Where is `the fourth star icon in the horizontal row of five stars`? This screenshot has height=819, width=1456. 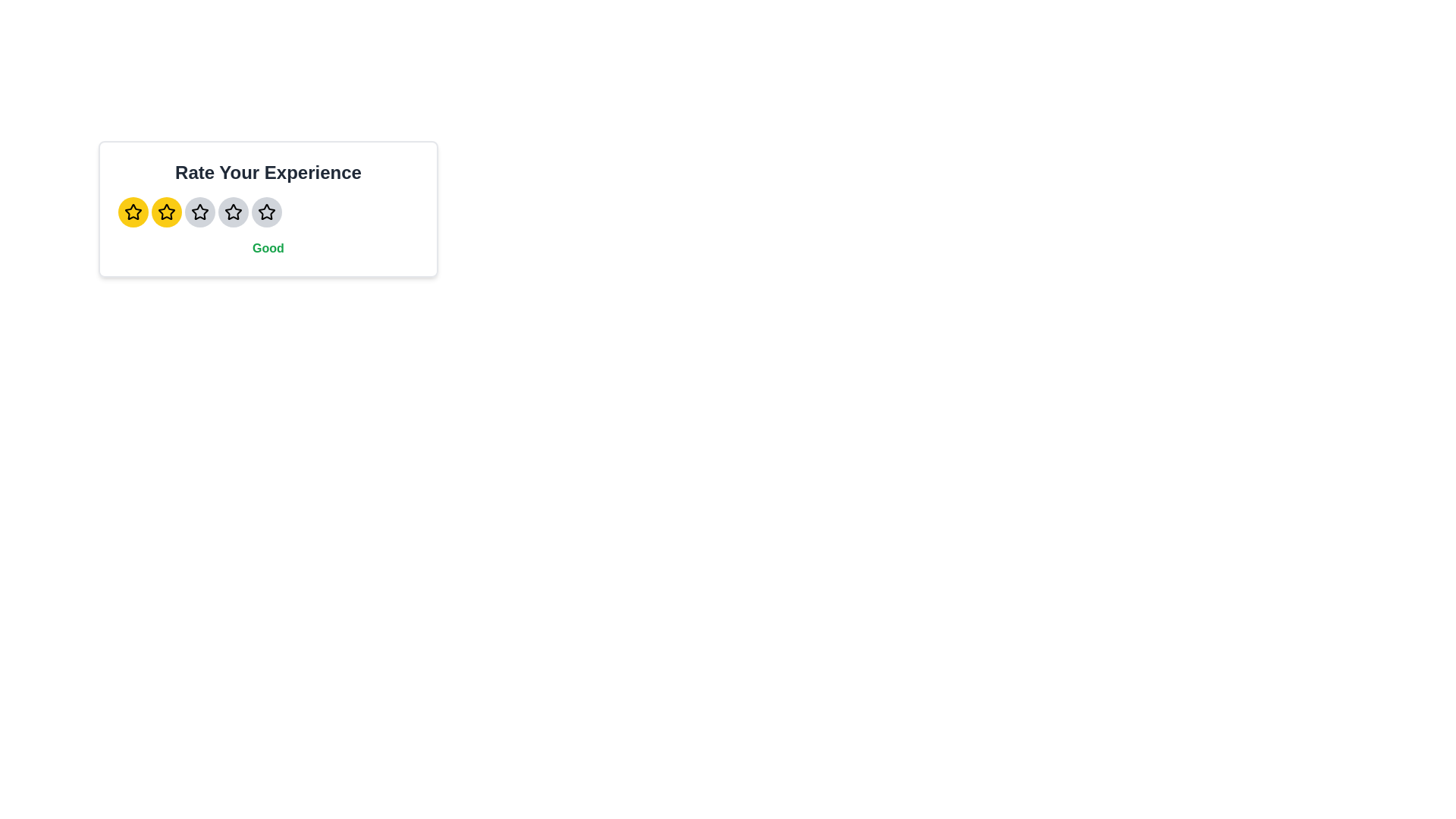 the fourth star icon in the horizontal row of five stars is located at coordinates (232, 212).